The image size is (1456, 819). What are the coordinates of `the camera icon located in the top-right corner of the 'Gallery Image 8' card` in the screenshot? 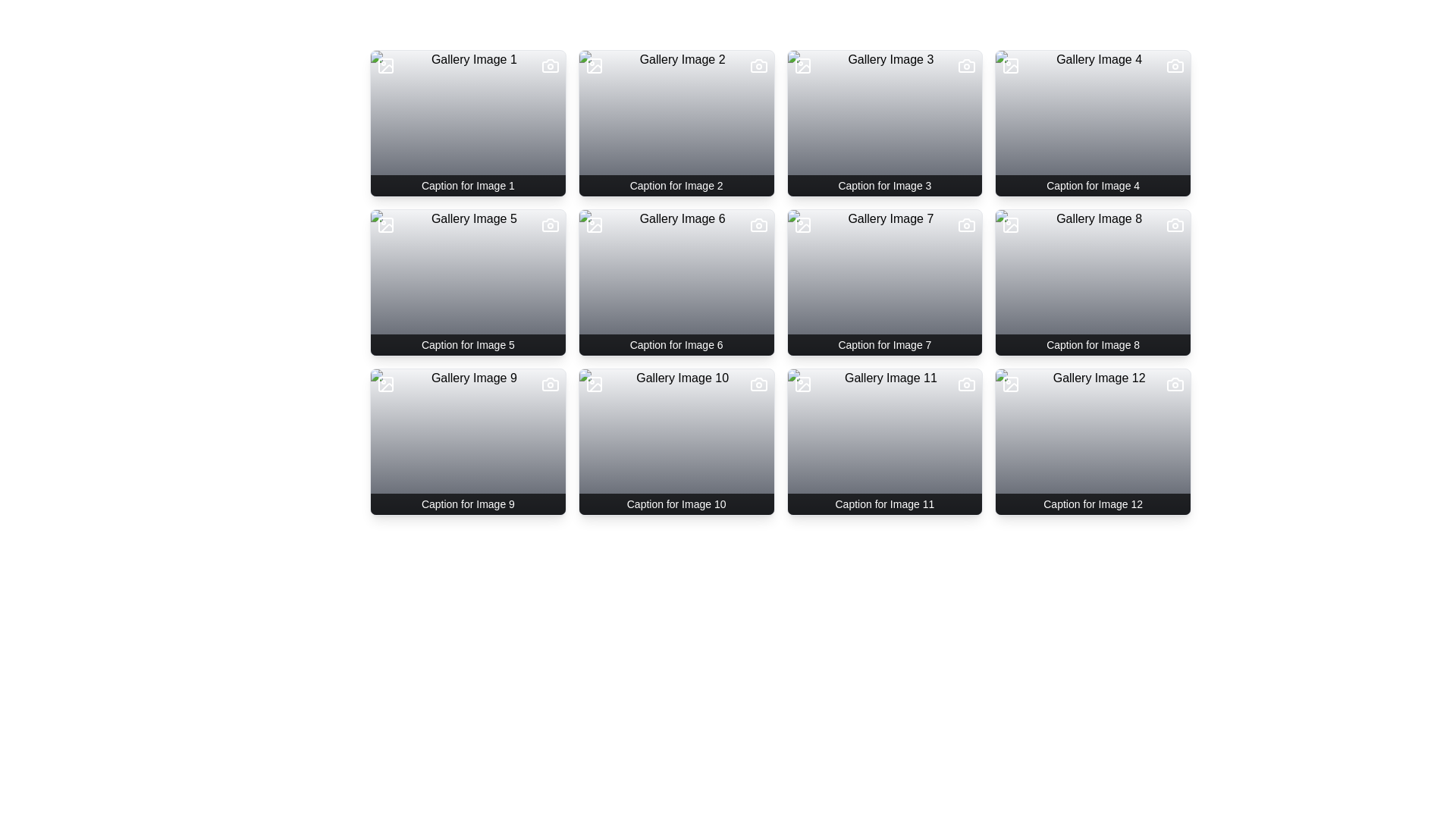 It's located at (1175, 225).